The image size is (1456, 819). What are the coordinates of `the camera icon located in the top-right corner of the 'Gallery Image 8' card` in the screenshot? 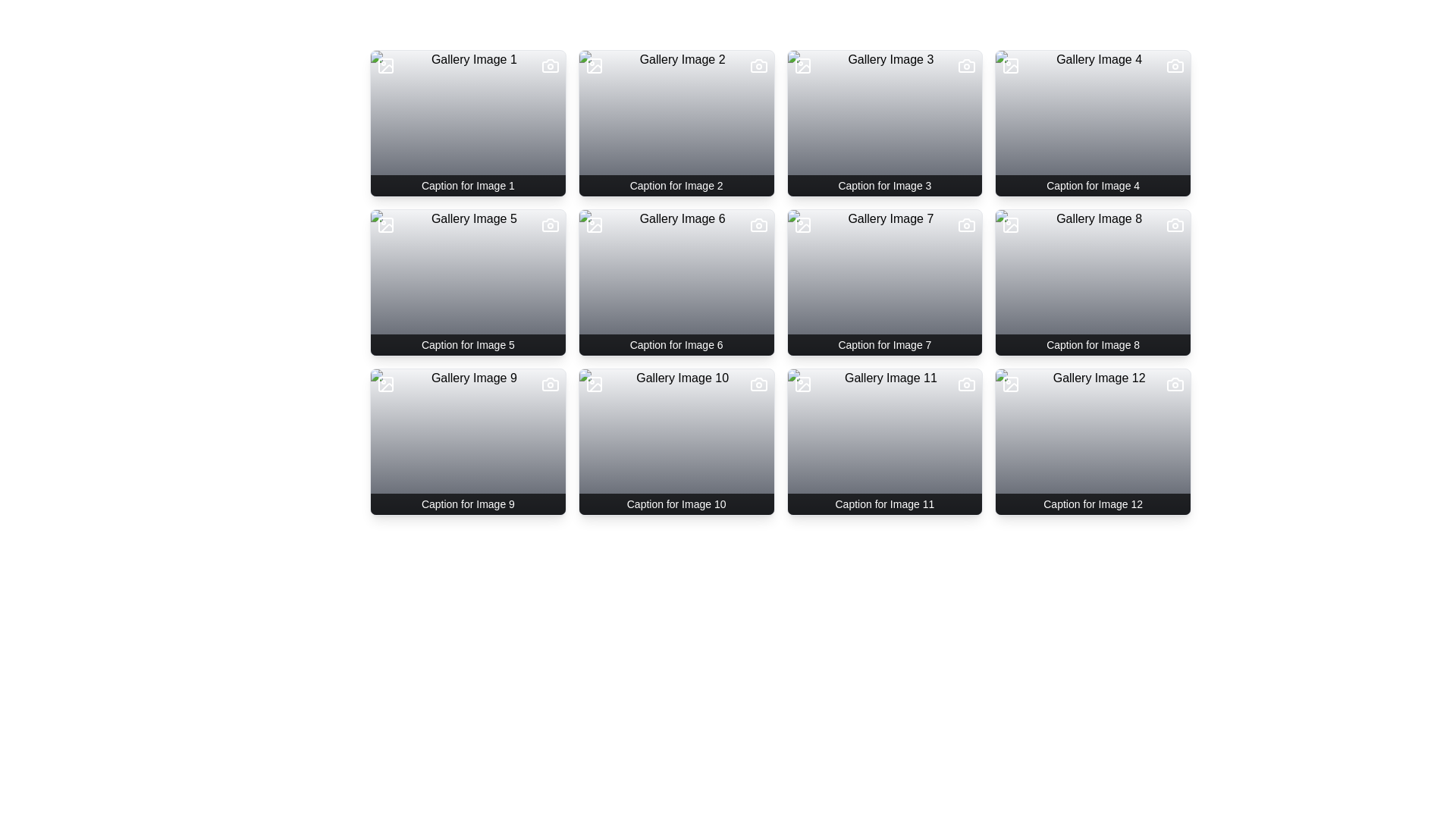 It's located at (1175, 225).